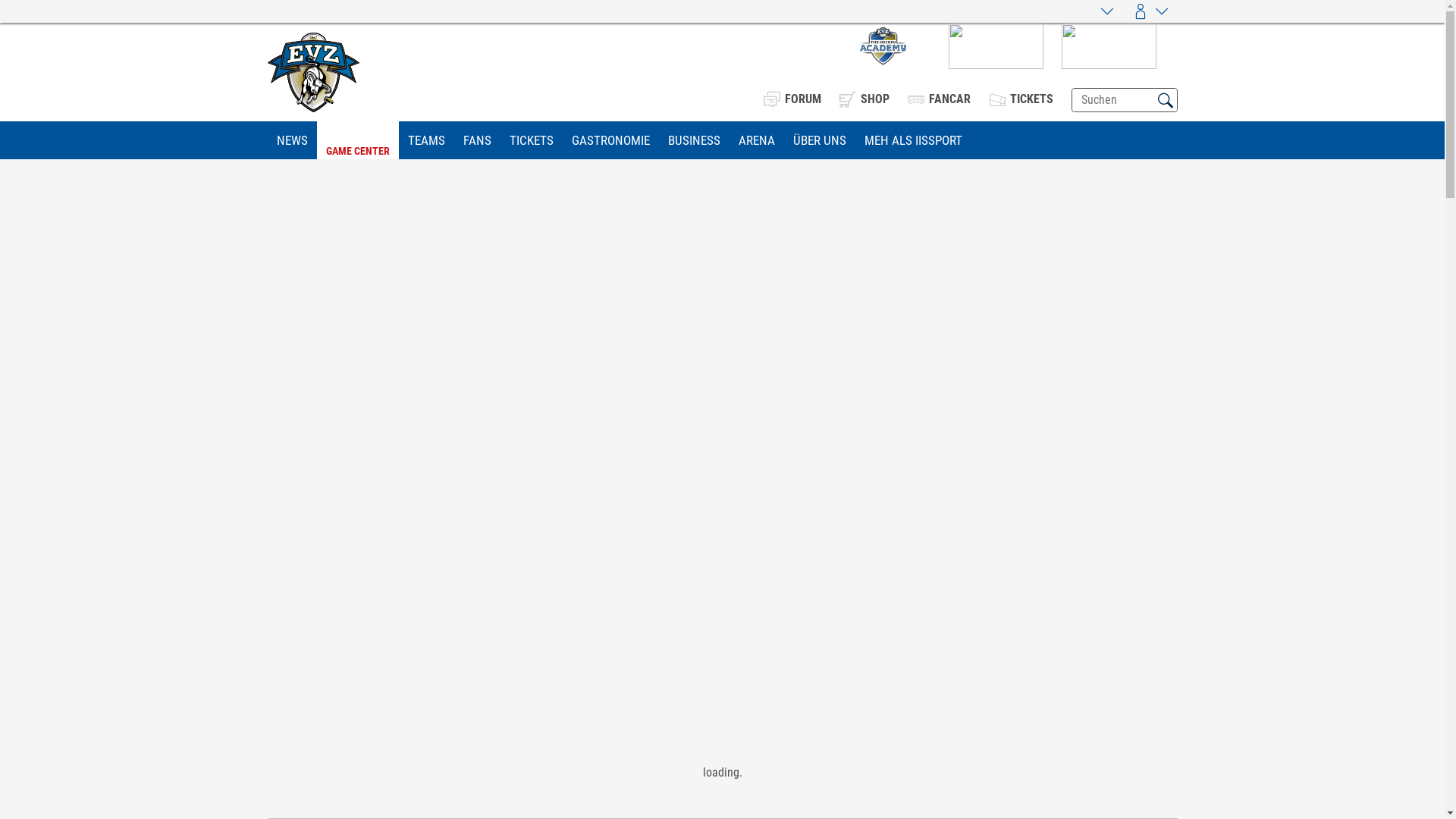  Describe the element at coordinates (790, 99) in the screenshot. I see `'FORUM'` at that location.